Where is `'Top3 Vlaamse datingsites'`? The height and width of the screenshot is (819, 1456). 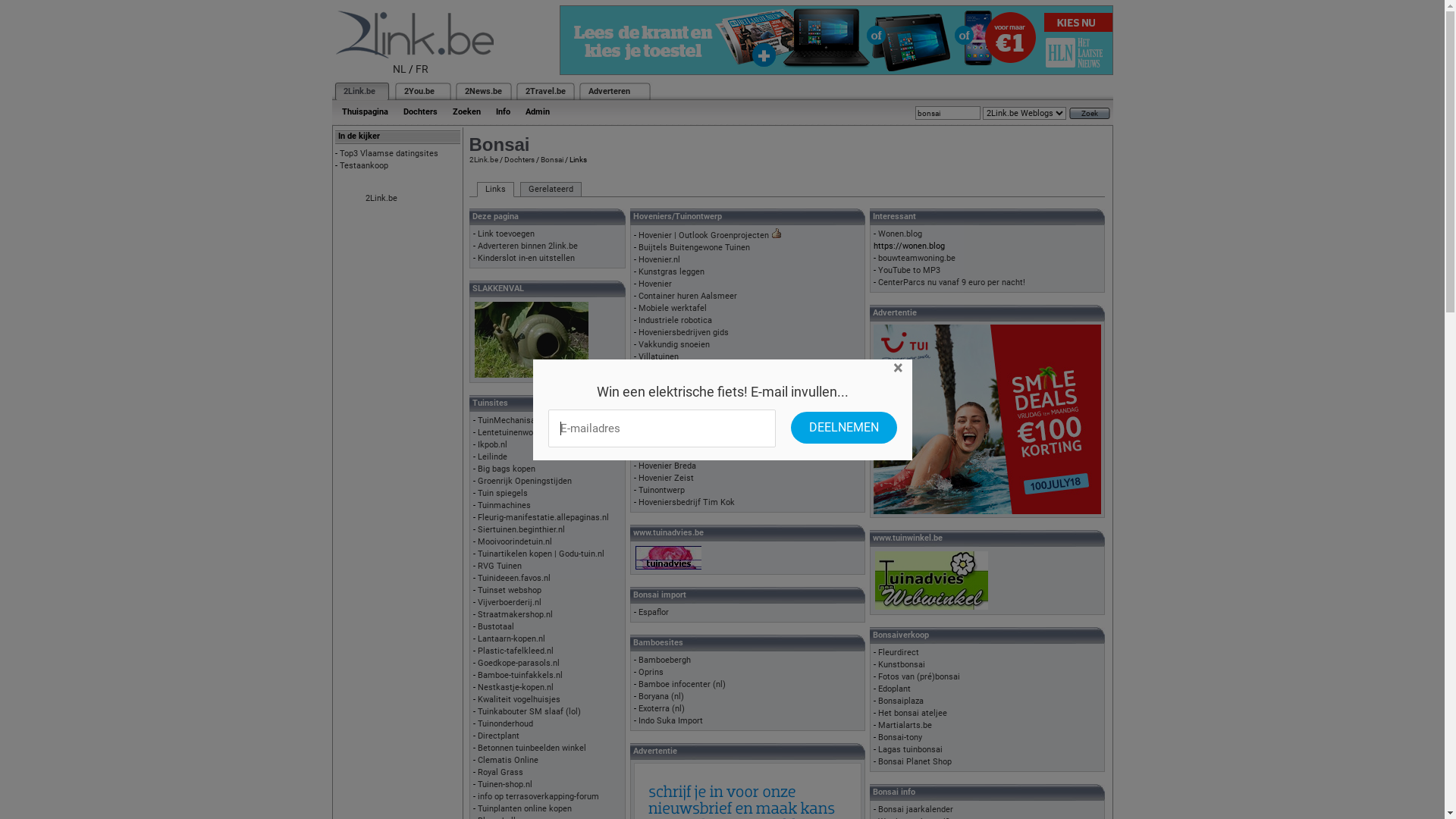 'Top3 Vlaamse datingsites' is located at coordinates (389, 153).